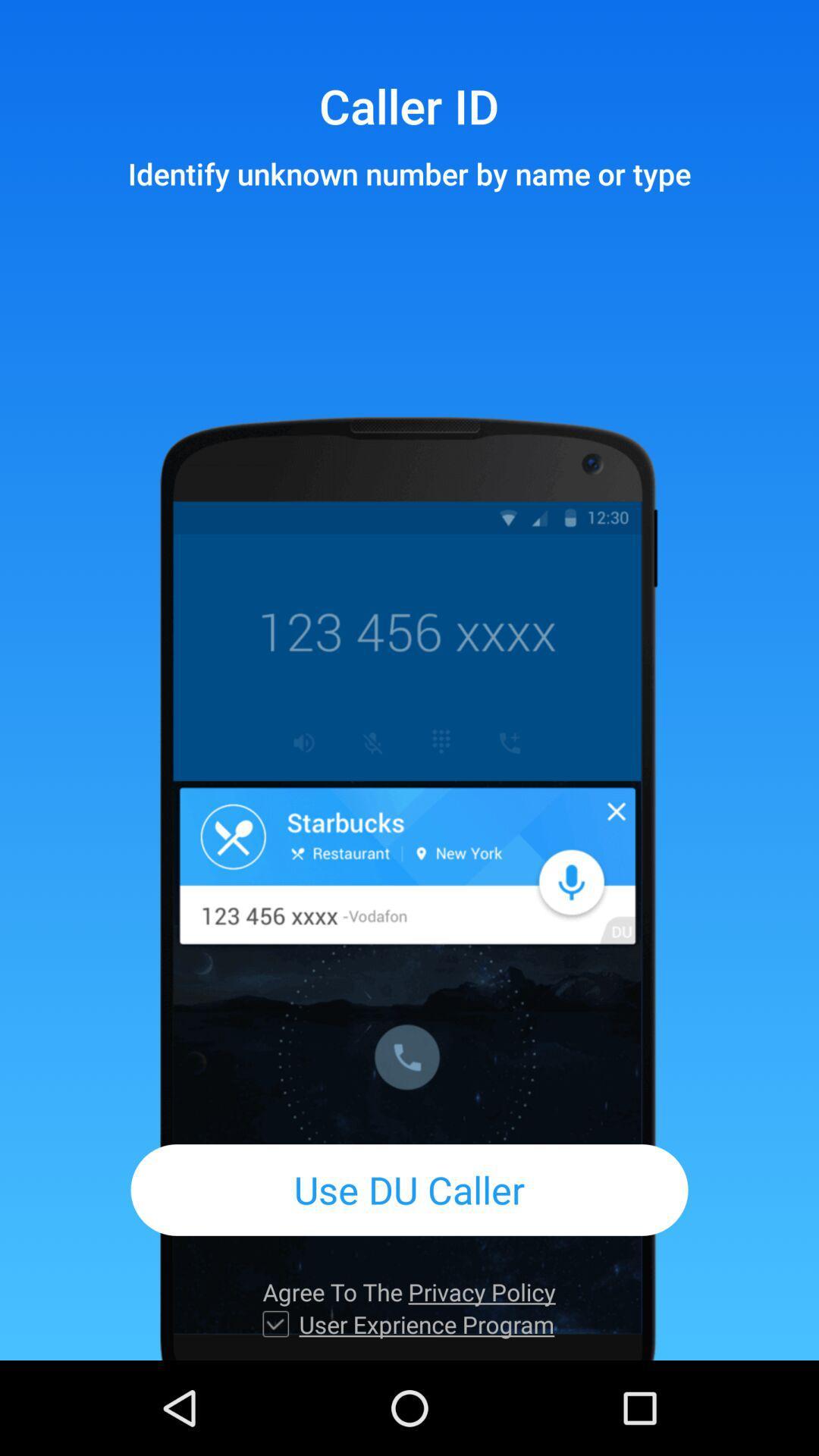 This screenshot has width=819, height=1456. I want to click on the user exprience program, so click(426, 1323).